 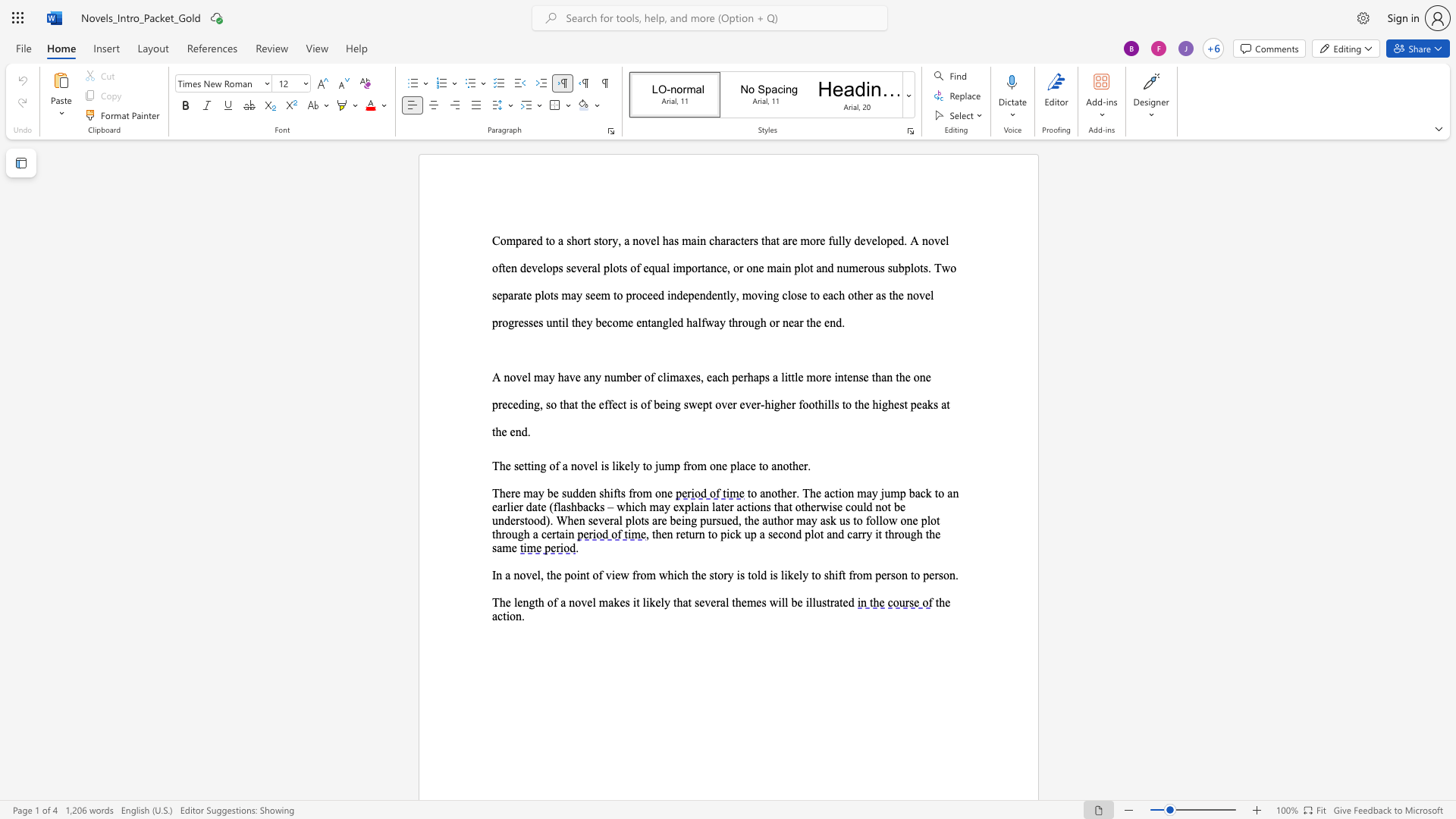 What do you see at coordinates (953, 575) in the screenshot?
I see `the space between the continuous character "n" and "." in the text` at bounding box center [953, 575].